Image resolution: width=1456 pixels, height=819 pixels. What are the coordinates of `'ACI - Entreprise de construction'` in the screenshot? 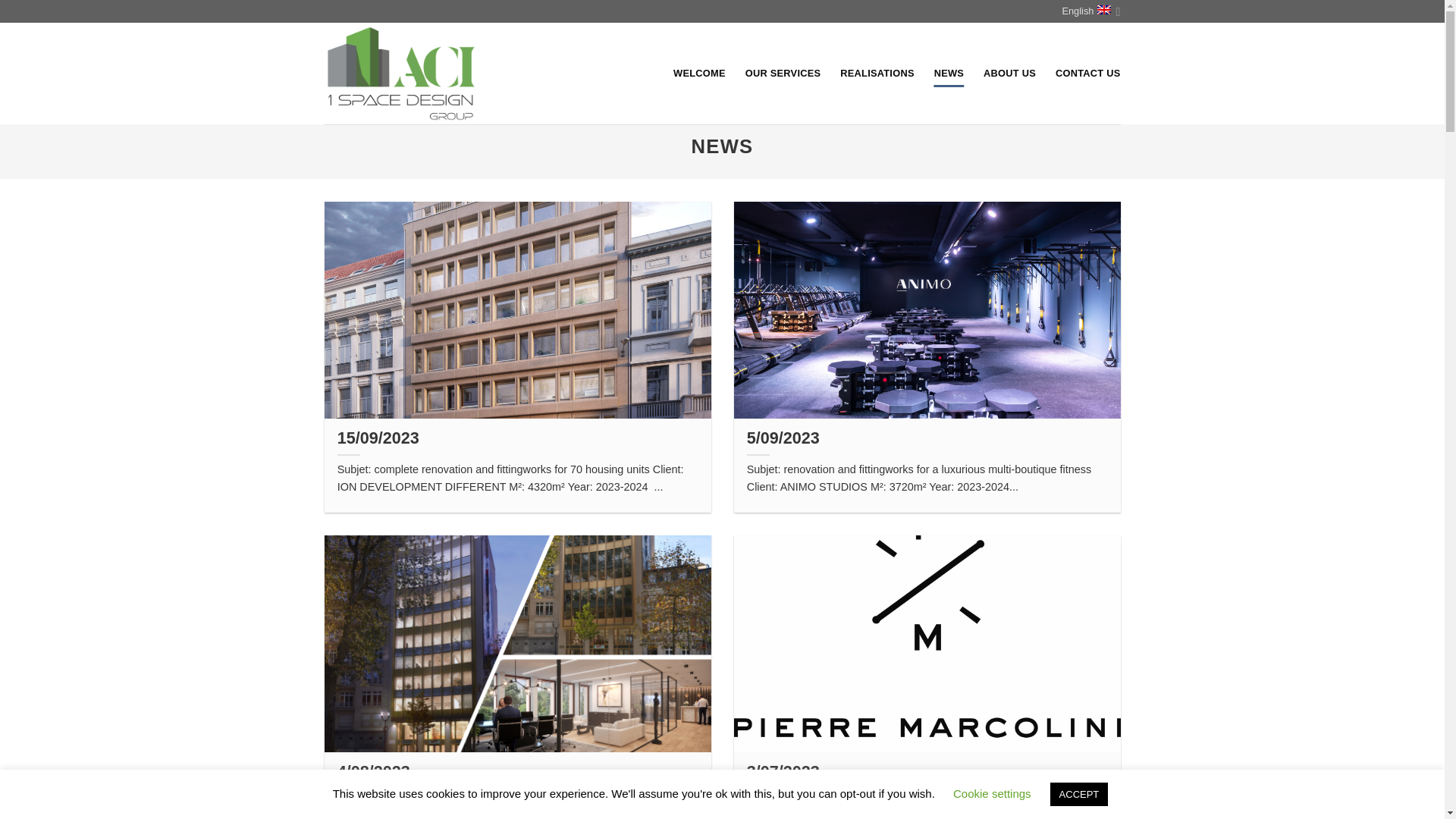 It's located at (419, 73).